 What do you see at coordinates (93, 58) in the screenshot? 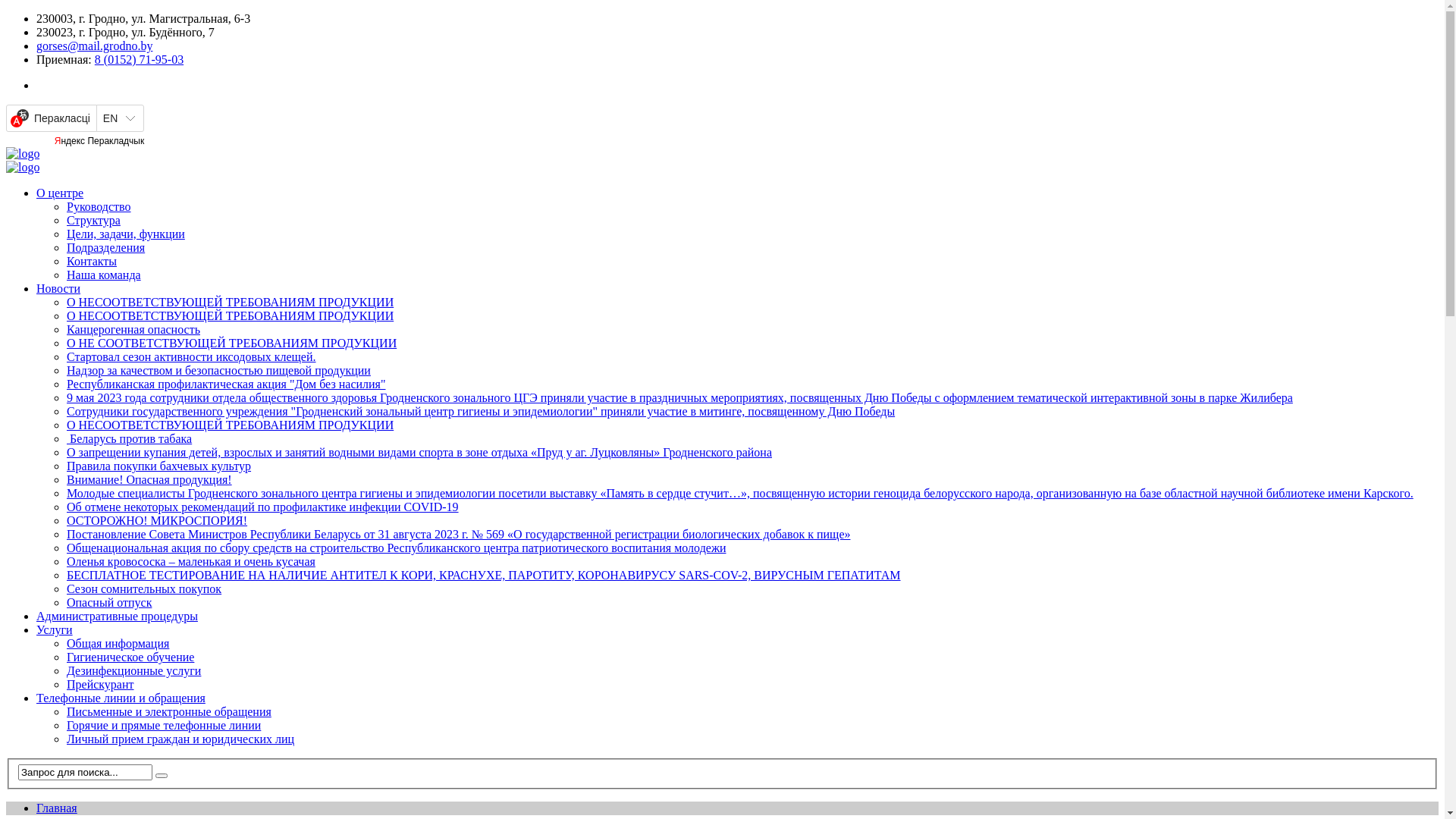
I see `'8 (0152) 71-95-03'` at bounding box center [93, 58].